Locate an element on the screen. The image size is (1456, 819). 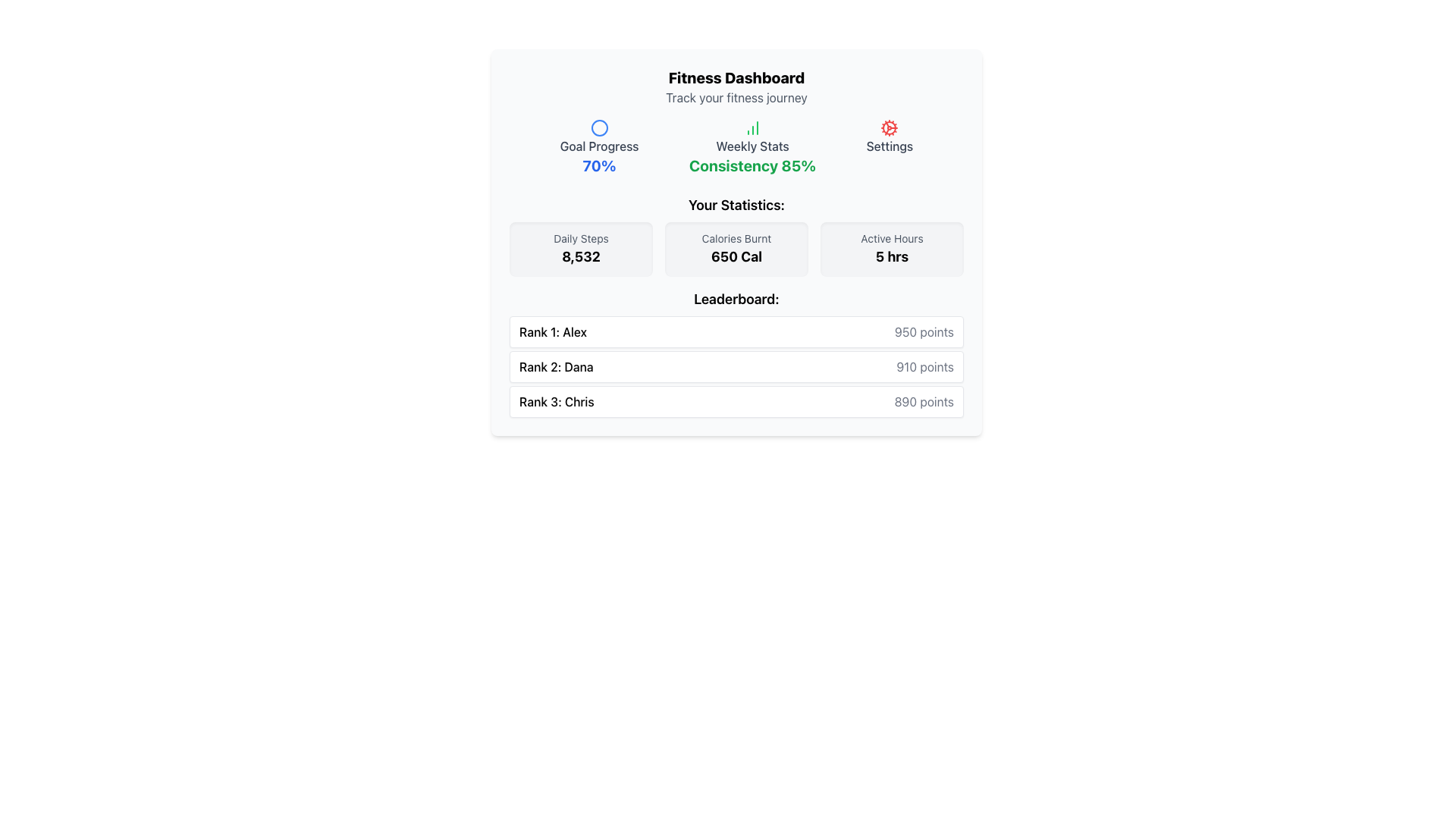
the Informational display card that contains a bar chart icon, the label 'Weekly Stats', and the text 'Consistency 85%' in green, positioned centrally between 'Goal Progress' and 'Settings' is located at coordinates (752, 148).